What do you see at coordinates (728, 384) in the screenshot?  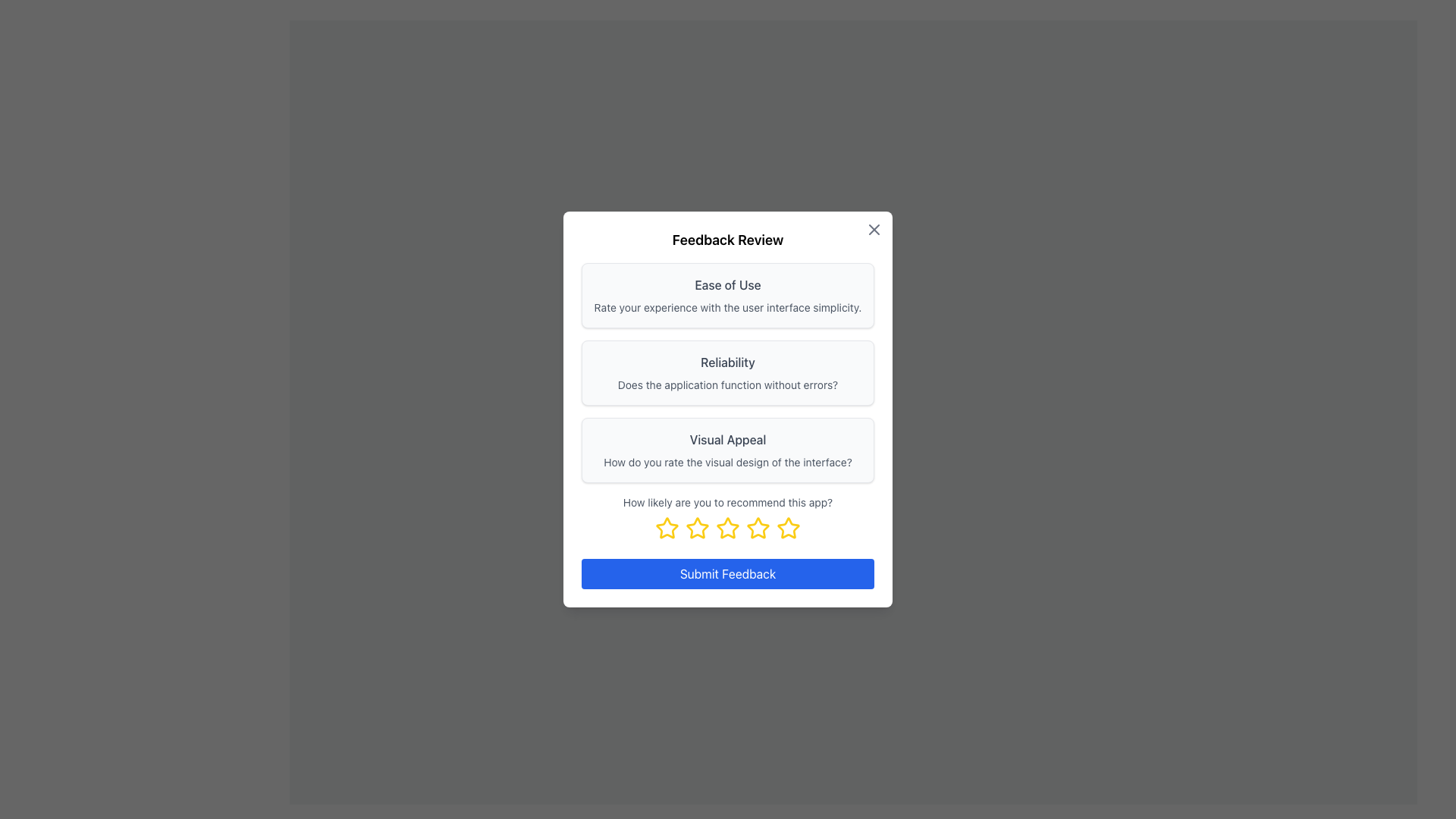 I see `the informational text component that presents a question about the reliability of the application, located below the heading 'Reliability'` at bounding box center [728, 384].